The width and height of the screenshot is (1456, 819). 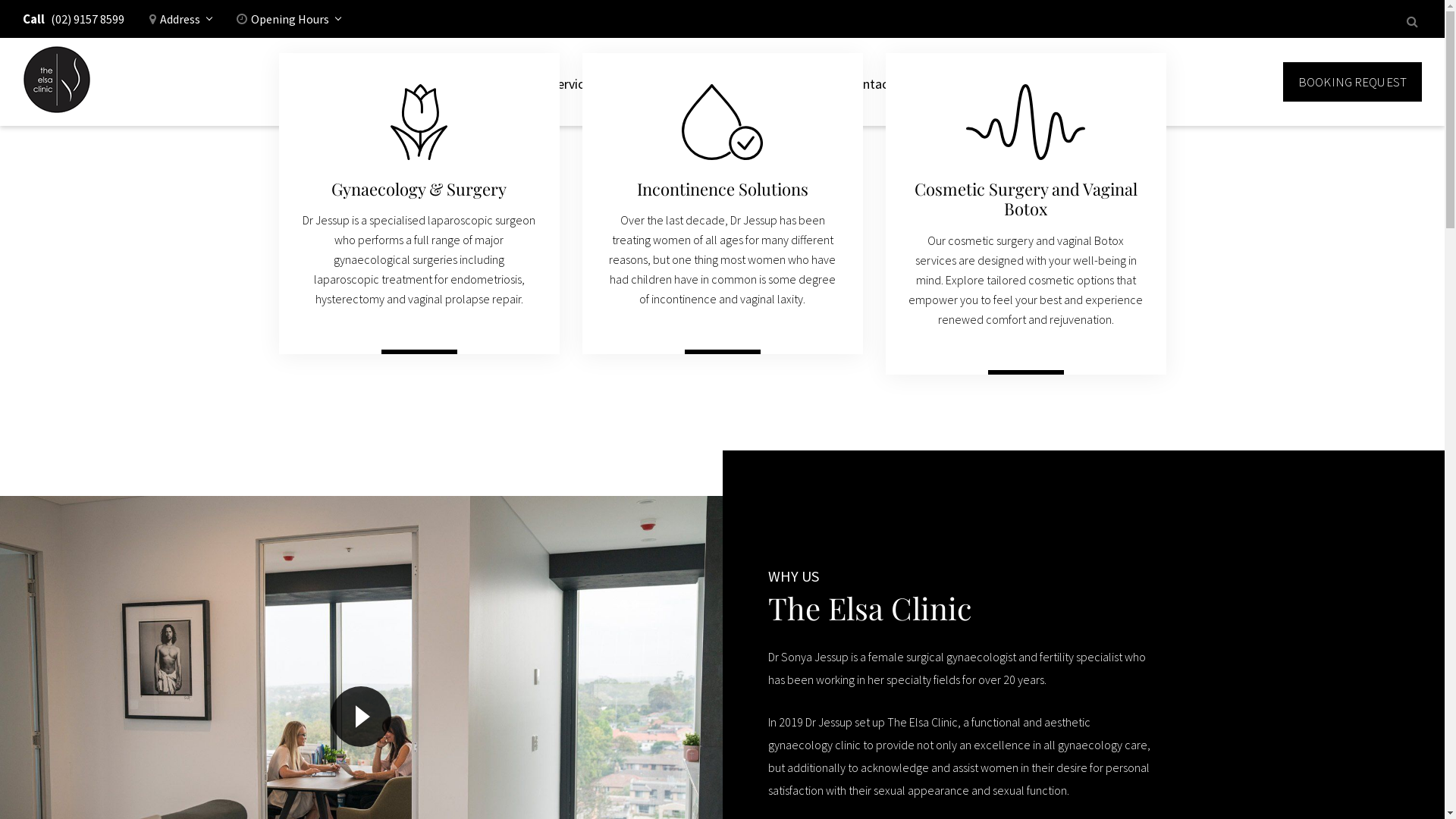 What do you see at coordinates (288, 23) in the screenshot?
I see `'Opening Hours'` at bounding box center [288, 23].